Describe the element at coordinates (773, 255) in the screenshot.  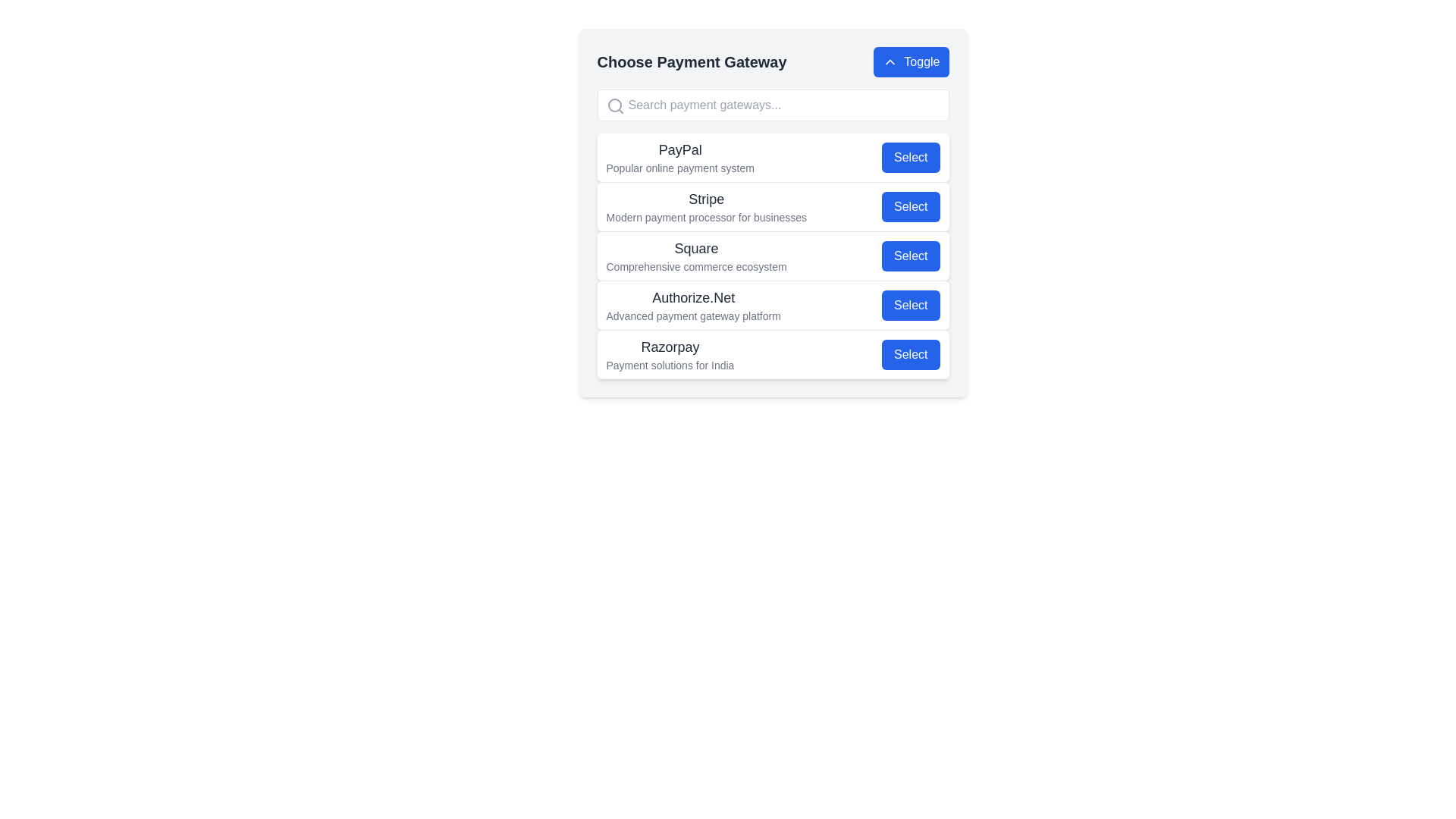
I see `the 'Select' button for the 'Square' payment gateway option located in the third position of the payment options list` at that location.